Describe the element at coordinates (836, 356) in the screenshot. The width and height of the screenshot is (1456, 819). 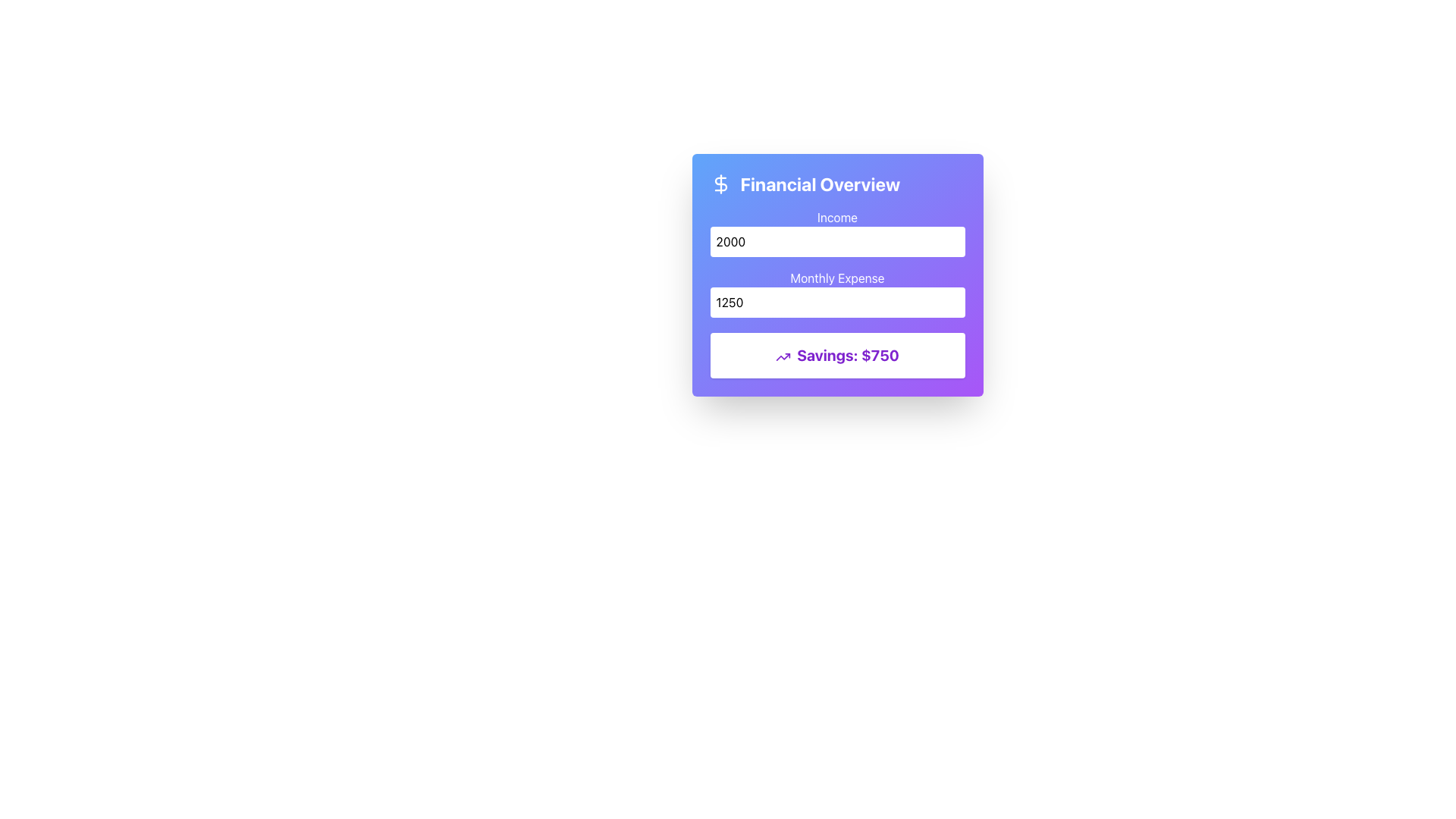
I see `the static text label displaying 'Savings: $750' with a purple color and an upward trend arrow icon, which is centered below the 'Income' and 'Monthly Expense' fields` at that location.